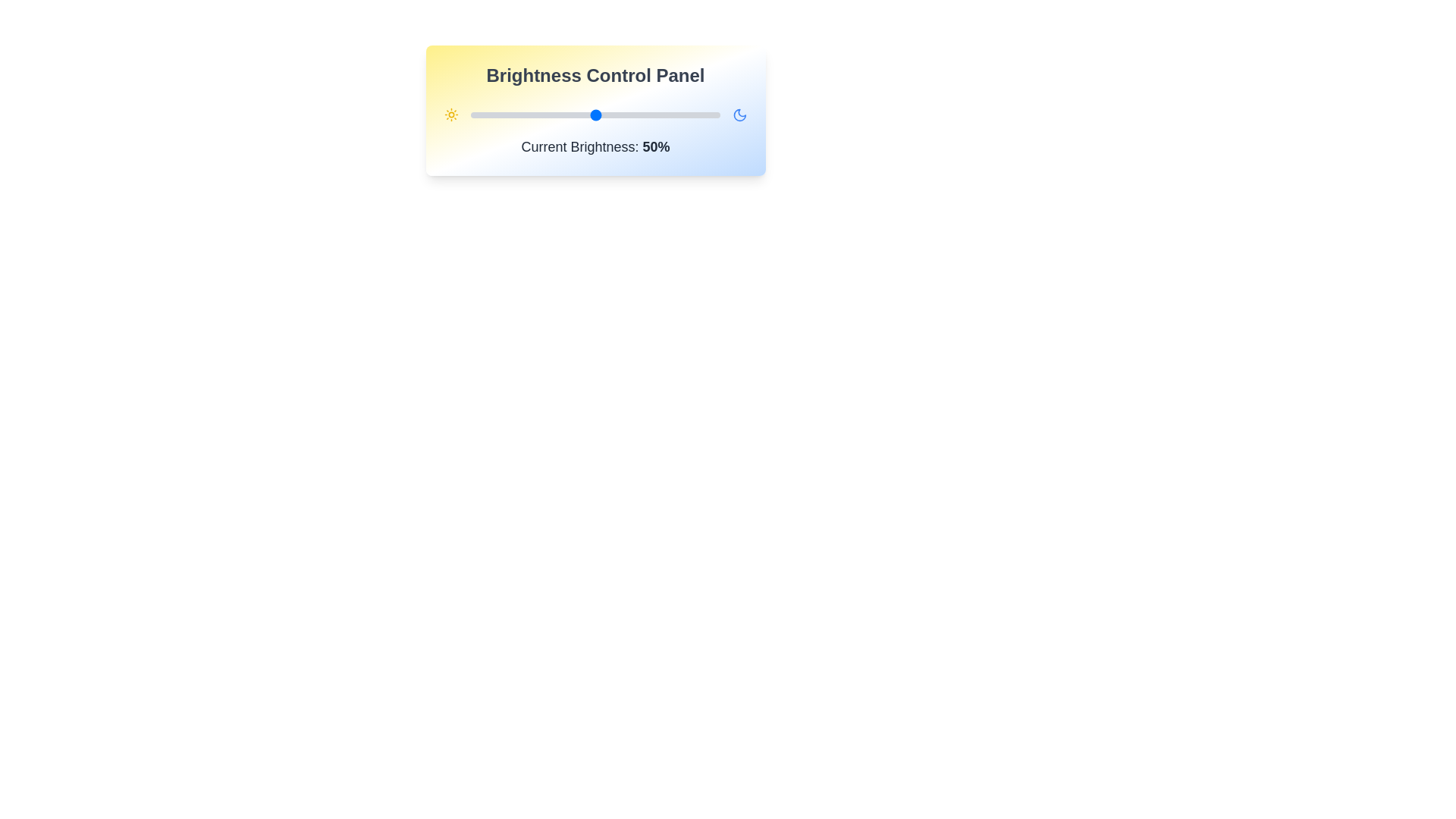 This screenshot has height=819, width=1456. Describe the element at coordinates (739, 114) in the screenshot. I see `the crescent moon icon located in the top-right section of the interface, which serves as a thematic indicator for brightness settings` at that location.